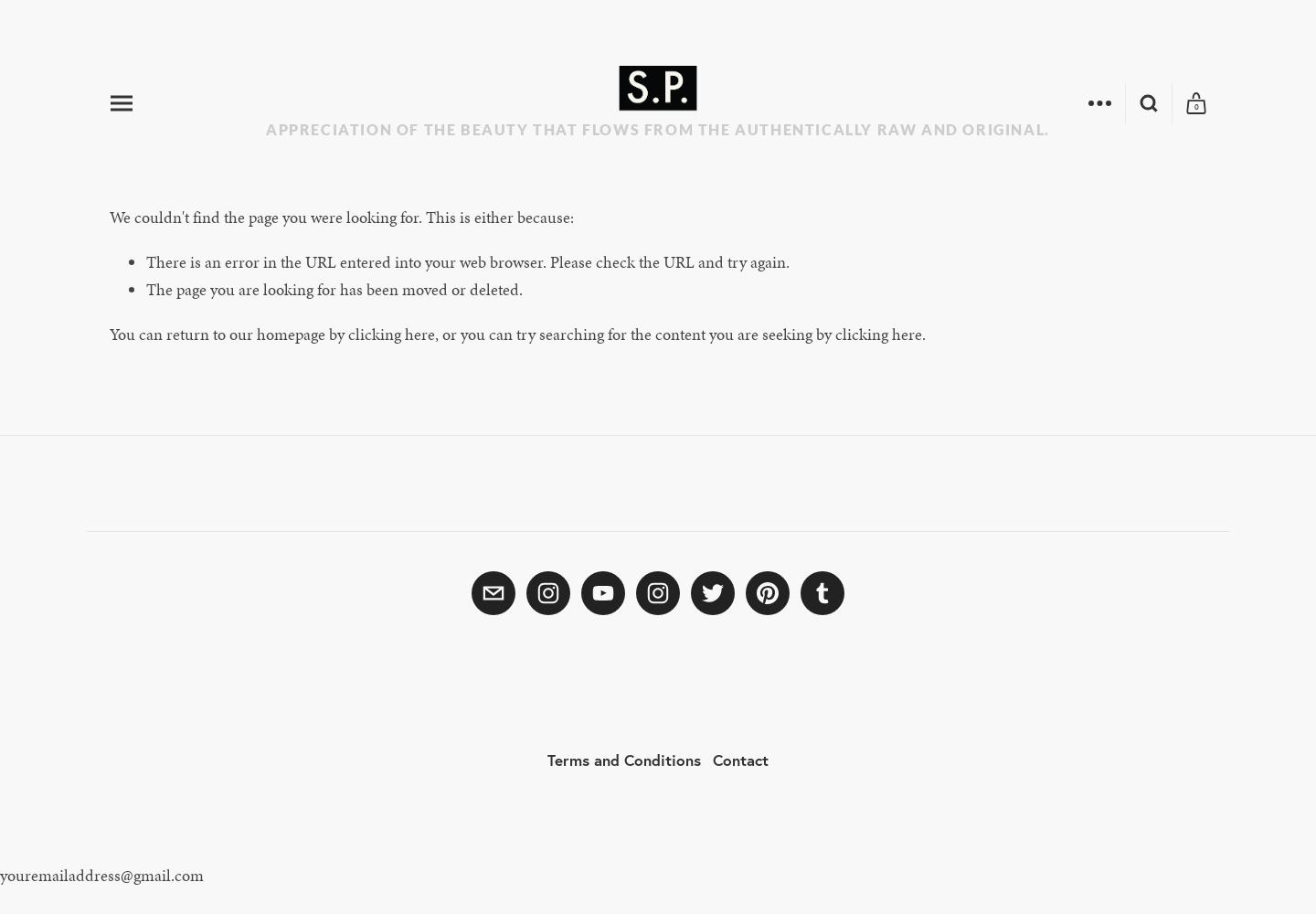  What do you see at coordinates (657, 129) in the screenshot?
I see `'Appreciation of the beauty that flows from the authentically raw and original.'` at bounding box center [657, 129].